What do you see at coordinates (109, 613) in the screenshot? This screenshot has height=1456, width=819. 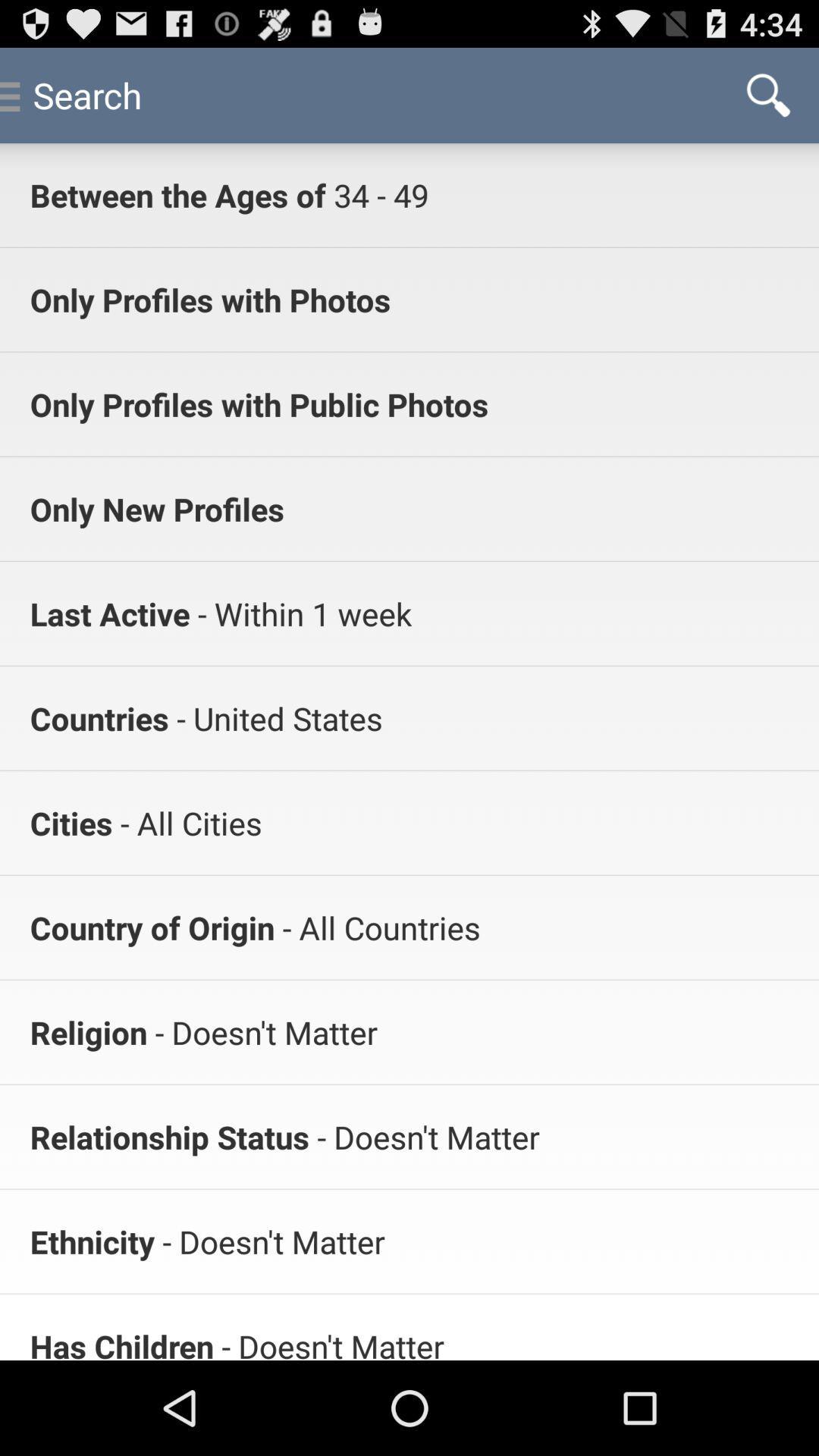 I see `last active item` at bounding box center [109, 613].